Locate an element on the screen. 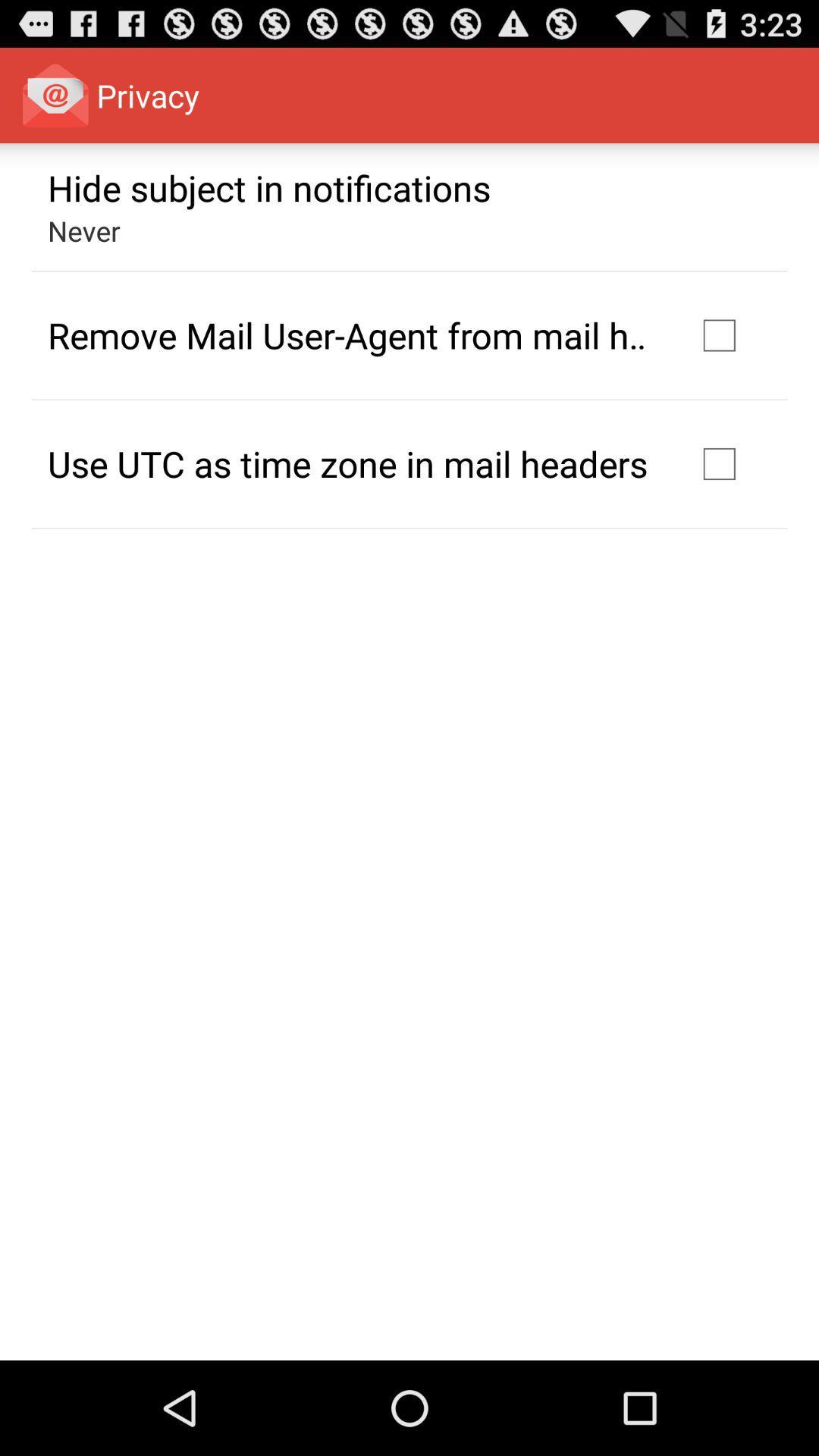  the hide subject in icon is located at coordinates (268, 187).